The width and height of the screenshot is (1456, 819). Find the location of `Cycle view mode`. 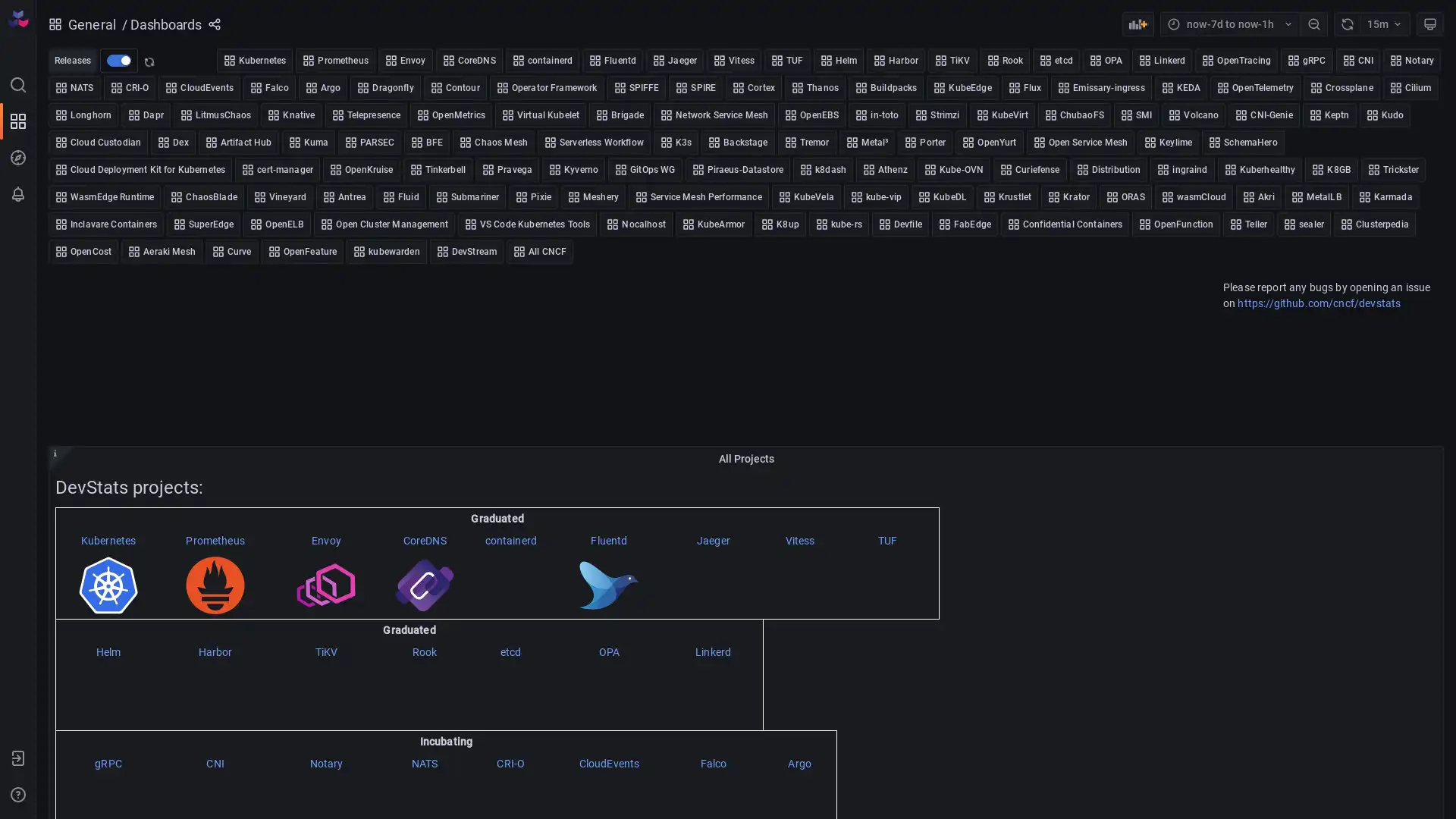

Cycle view mode is located at coordinates (1429, 24).